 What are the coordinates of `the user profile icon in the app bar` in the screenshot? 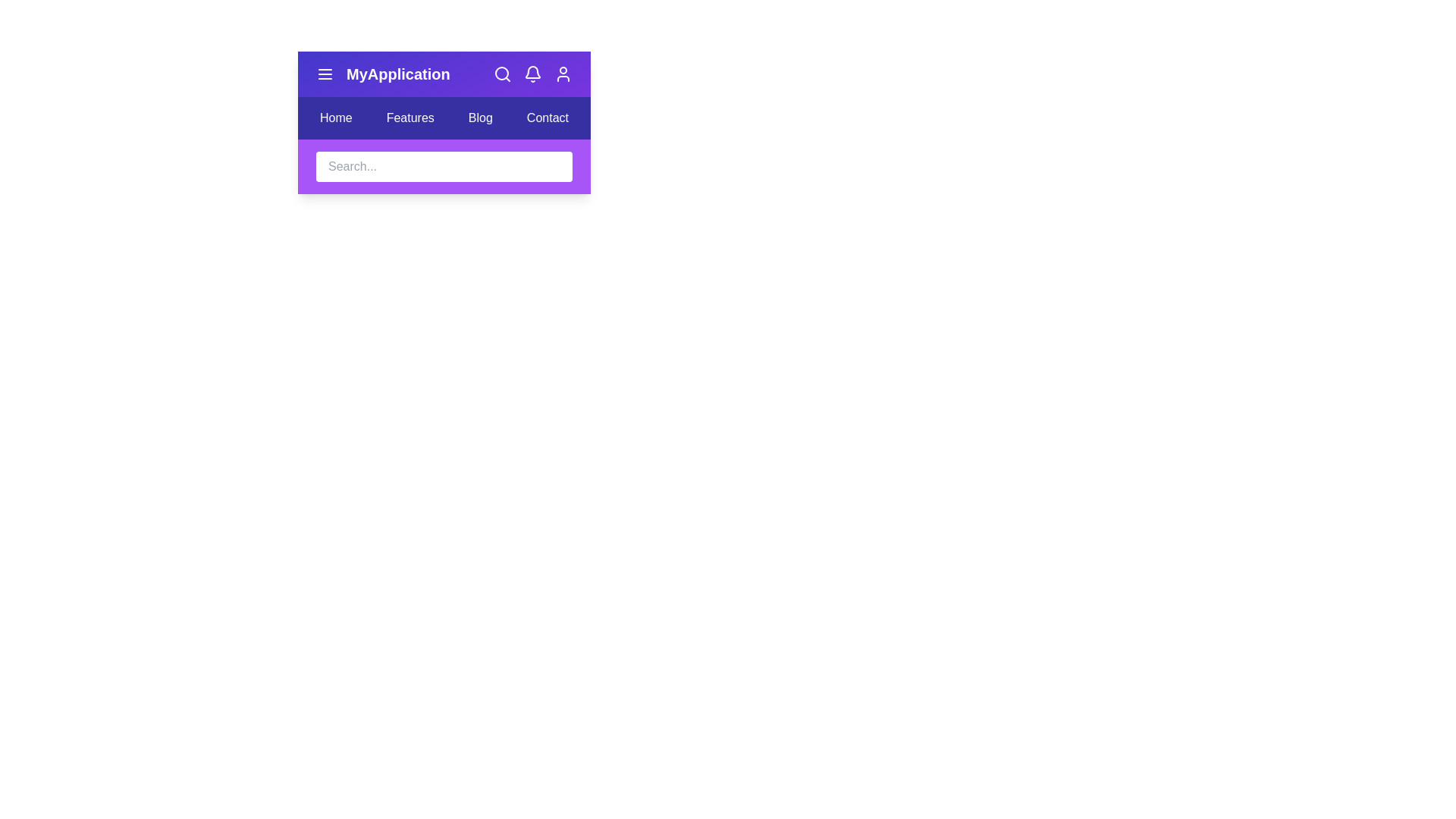 It's located at (563, 74).